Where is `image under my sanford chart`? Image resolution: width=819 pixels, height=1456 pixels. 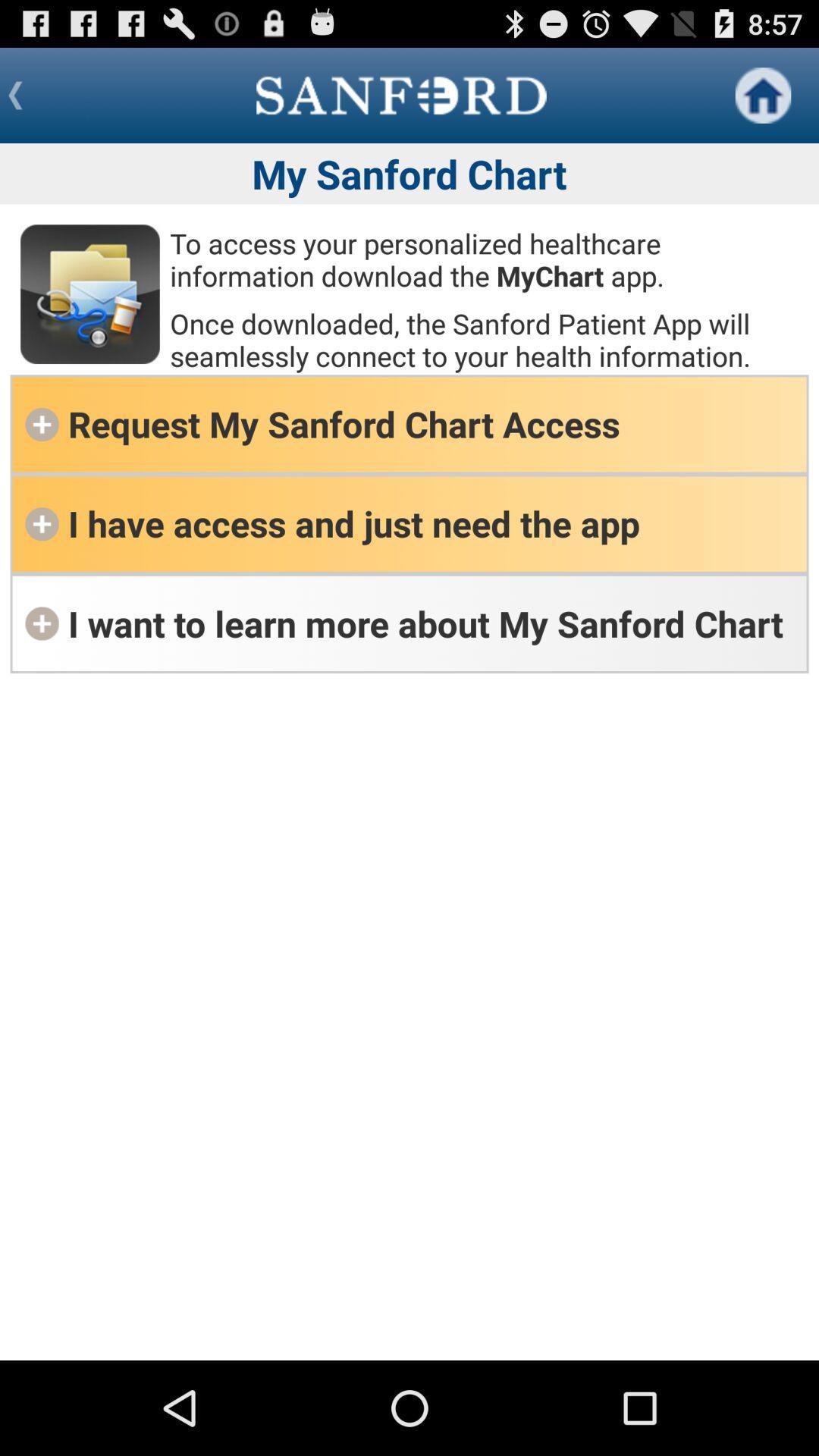 image under my sanford chart is located at coordinates (90, 294).